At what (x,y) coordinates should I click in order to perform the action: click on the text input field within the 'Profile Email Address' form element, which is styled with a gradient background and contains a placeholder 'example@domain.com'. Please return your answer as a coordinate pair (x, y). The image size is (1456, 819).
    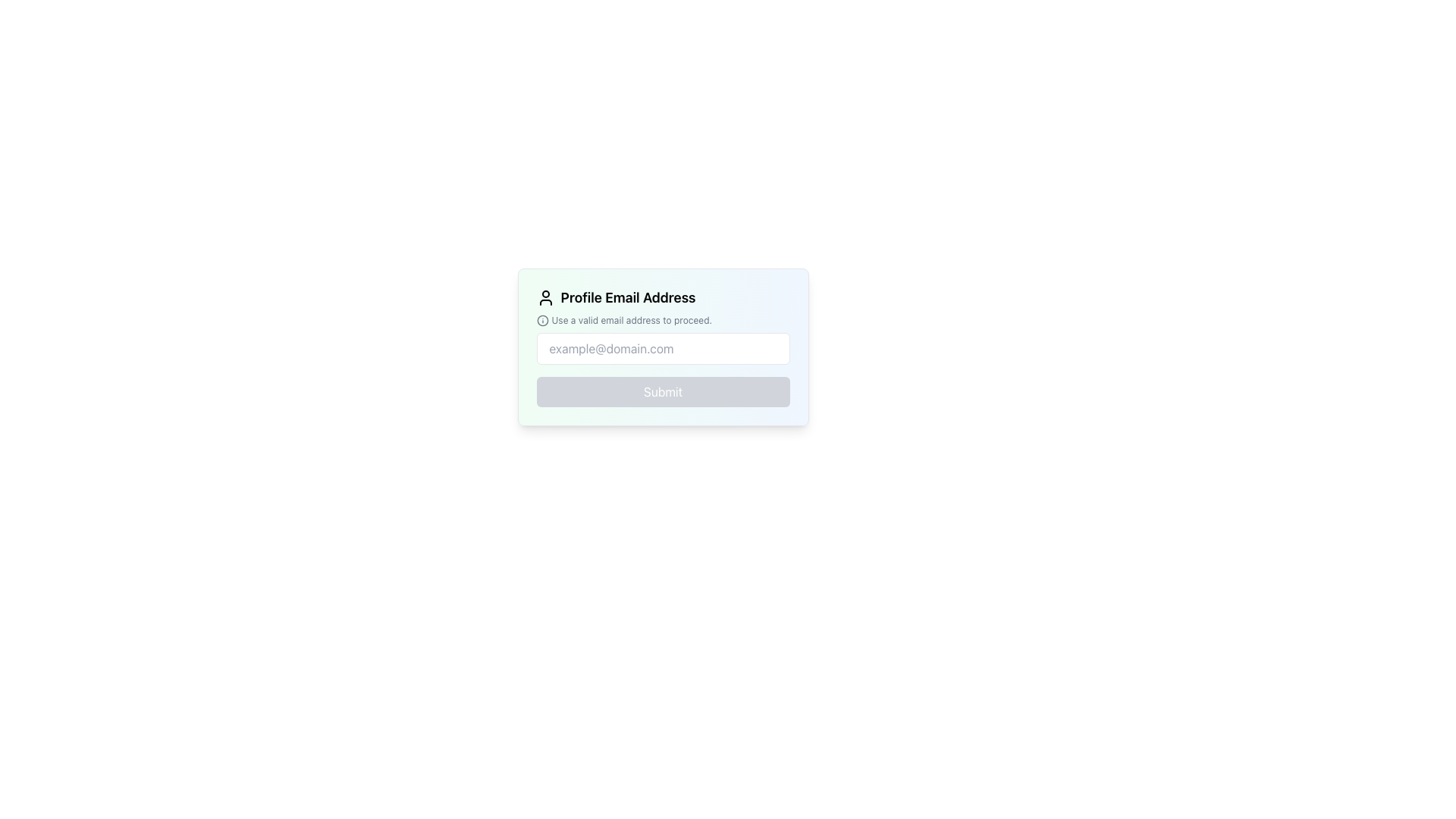
    Looking at the image, I should click on (663, 347).